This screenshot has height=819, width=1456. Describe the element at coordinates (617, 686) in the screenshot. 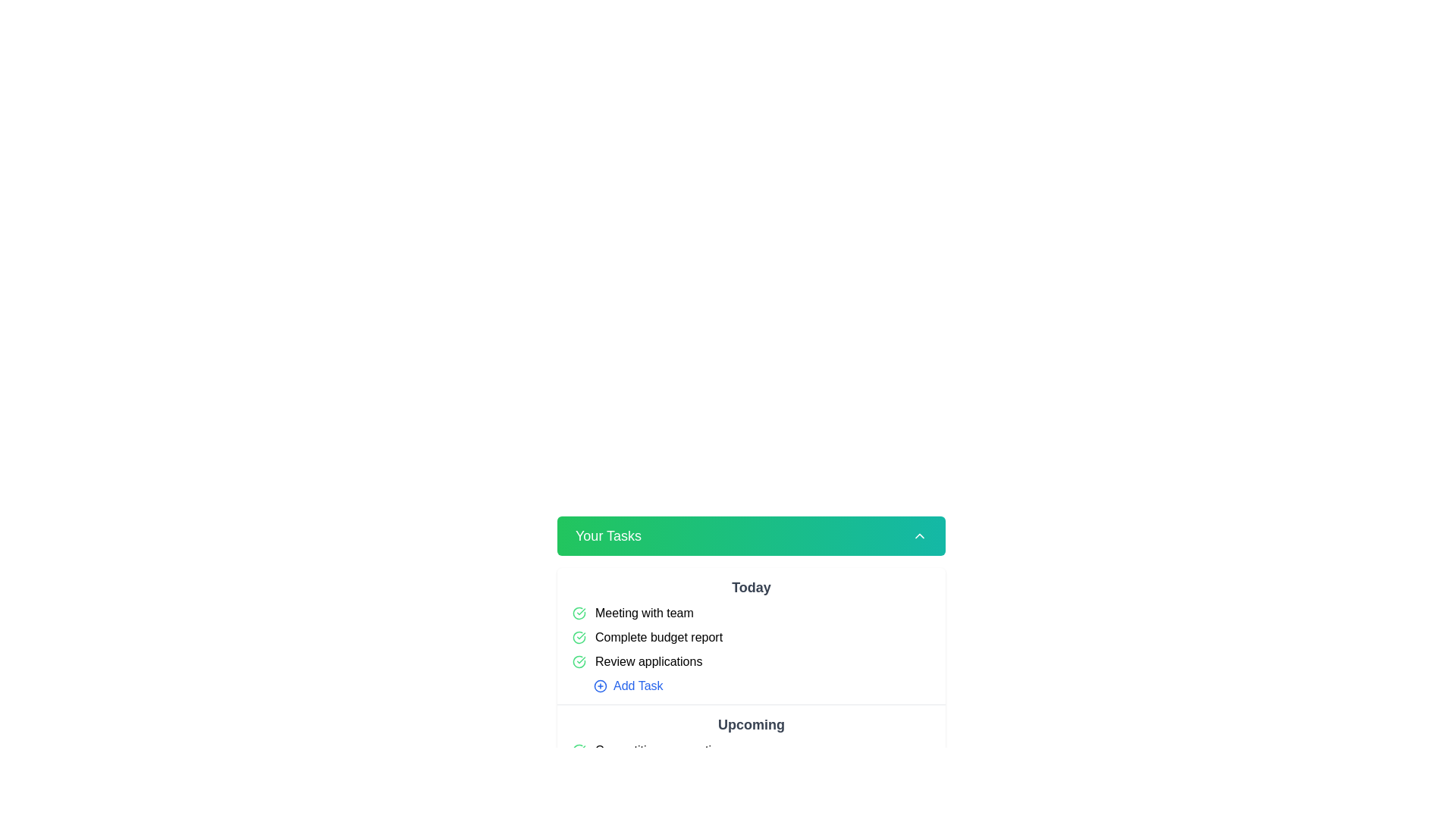

I see `the 'Add Task' button with a plus sign icon located beneath the list of tasks in the 'Today' section for additional information` at that location.